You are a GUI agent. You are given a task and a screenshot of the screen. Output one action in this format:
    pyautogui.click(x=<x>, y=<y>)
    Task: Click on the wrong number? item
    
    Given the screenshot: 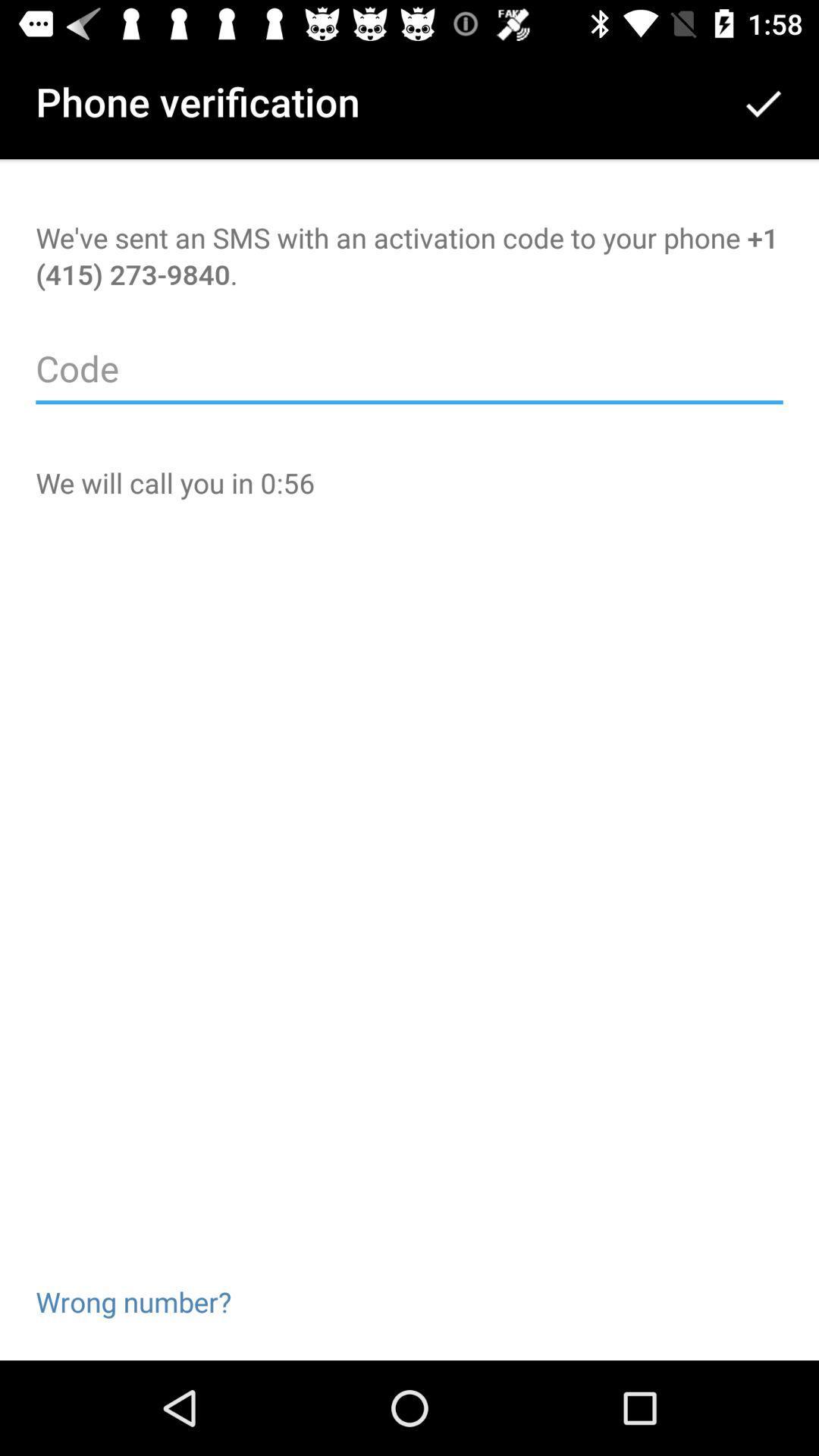 What is the action you would take?
    pyautogui.click(x=133, y=1277)
    